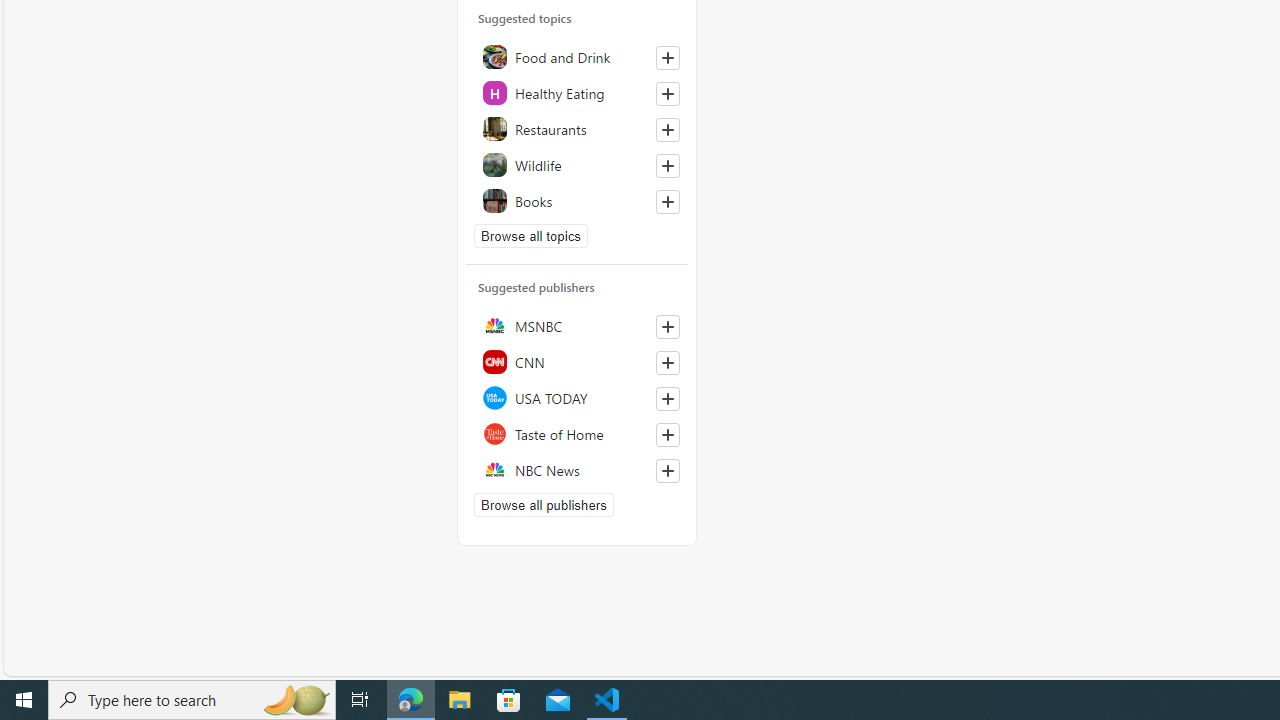 The height and width of the screenshot is (720, 1280). Describe the element at coordinates (576, 324) in the screenshot. I see `'MSNBC'` at that location.